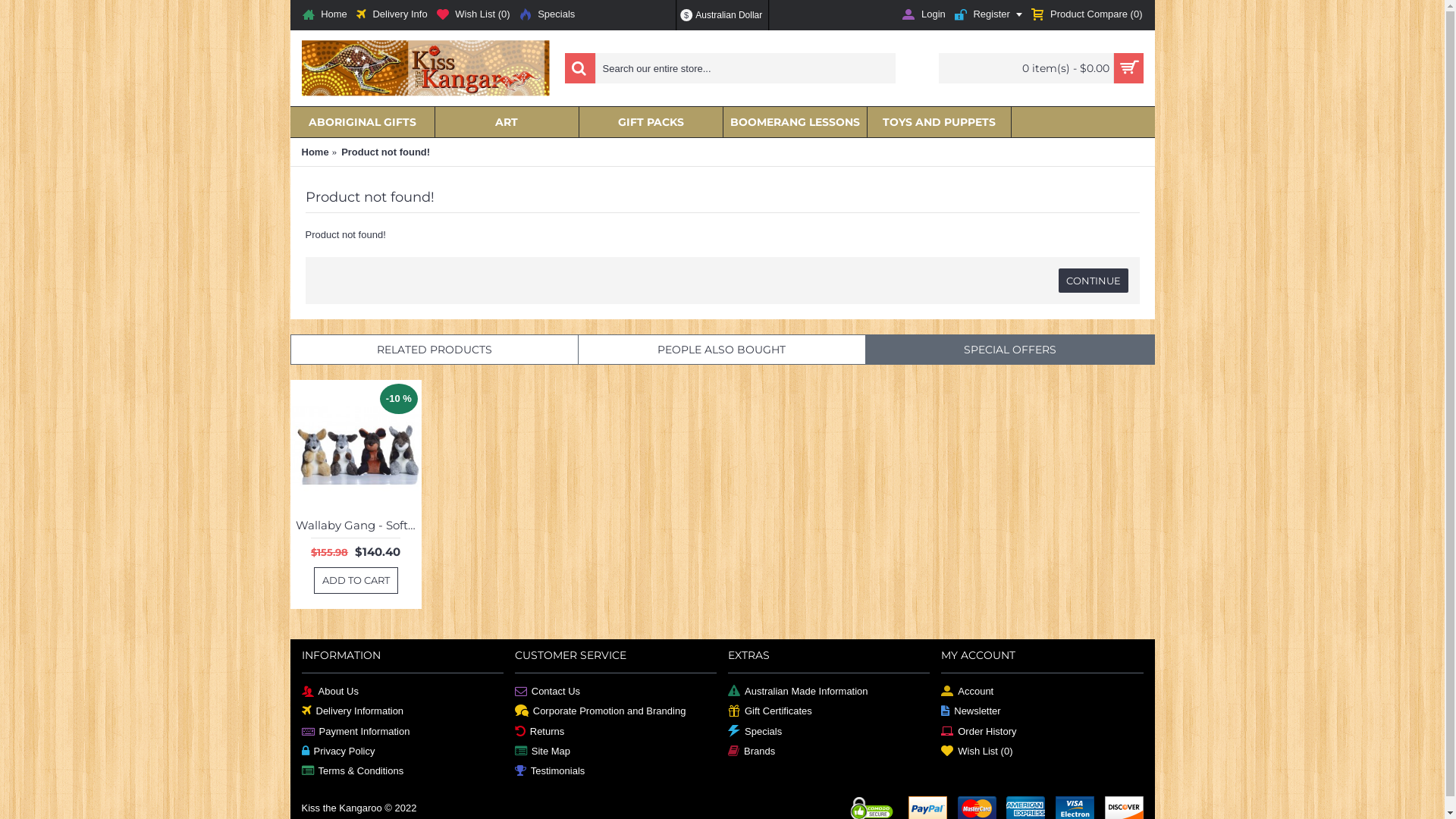 This screenshot has width=1456, height=819. Describe the element at coordinates (302, 730) in the screenshot. I see `'Payment Information'` at that location.